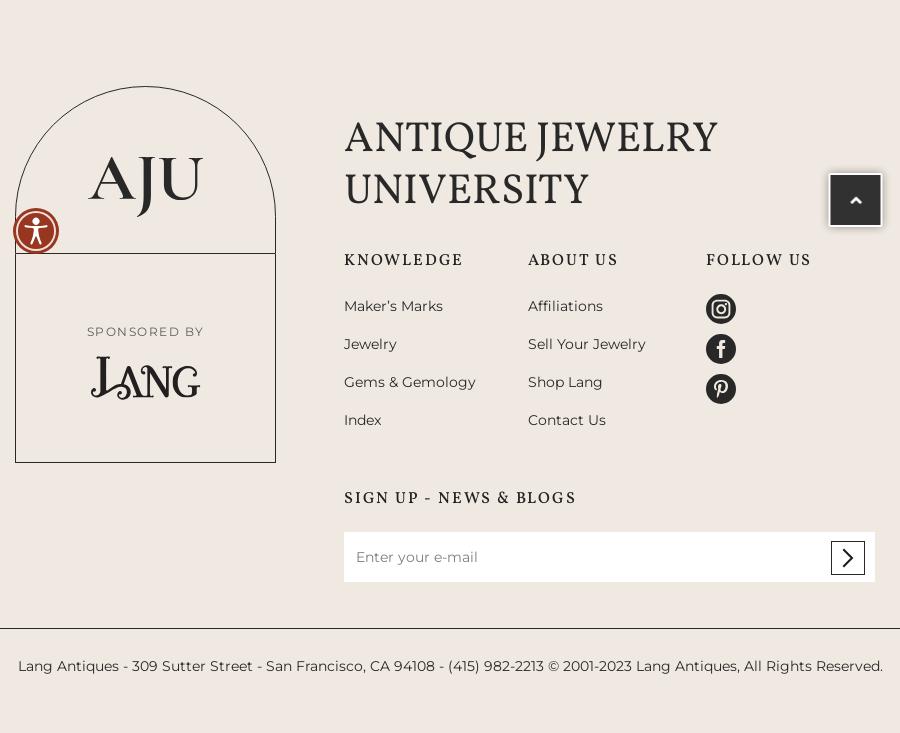 The image size is (900, 733). I want to click on 'ANTIQUE JEWELRY UNIVERSITY', so click(342, 164).